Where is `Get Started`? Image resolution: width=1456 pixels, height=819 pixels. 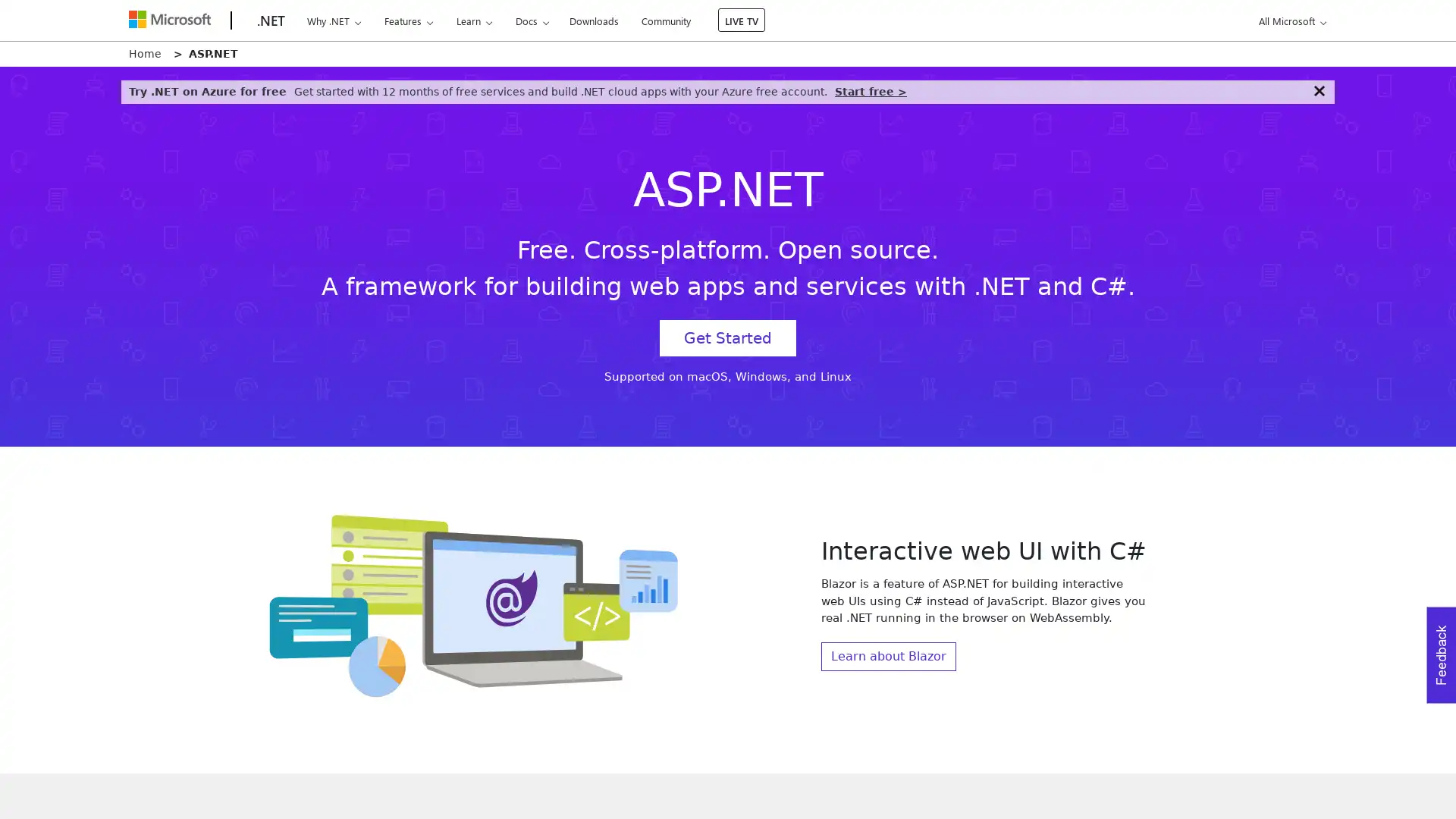 Get Started is located at coordinates (728, 337).